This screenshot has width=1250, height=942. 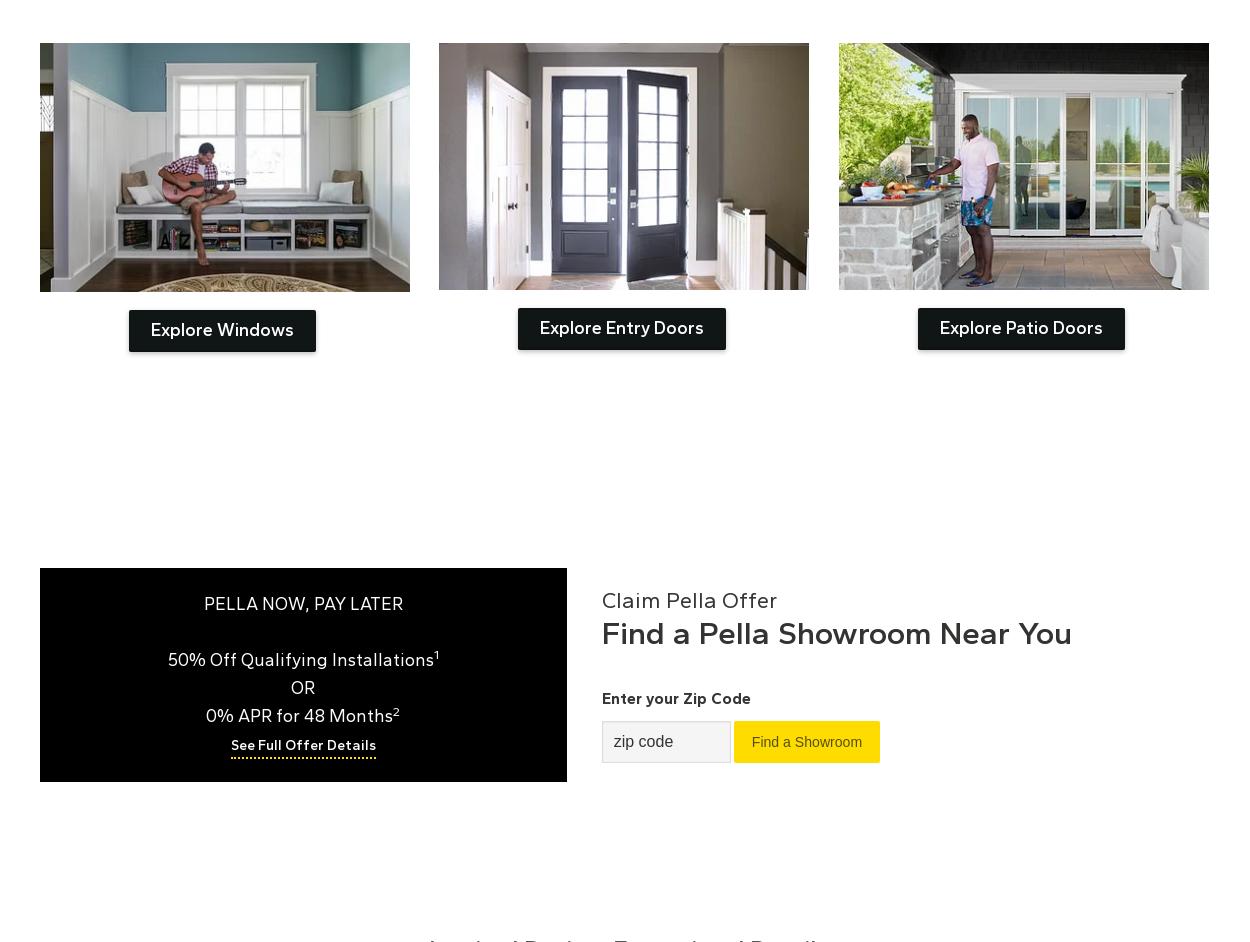 I want to click on '0% APR for 48 Months', so click(x=299, y=715).